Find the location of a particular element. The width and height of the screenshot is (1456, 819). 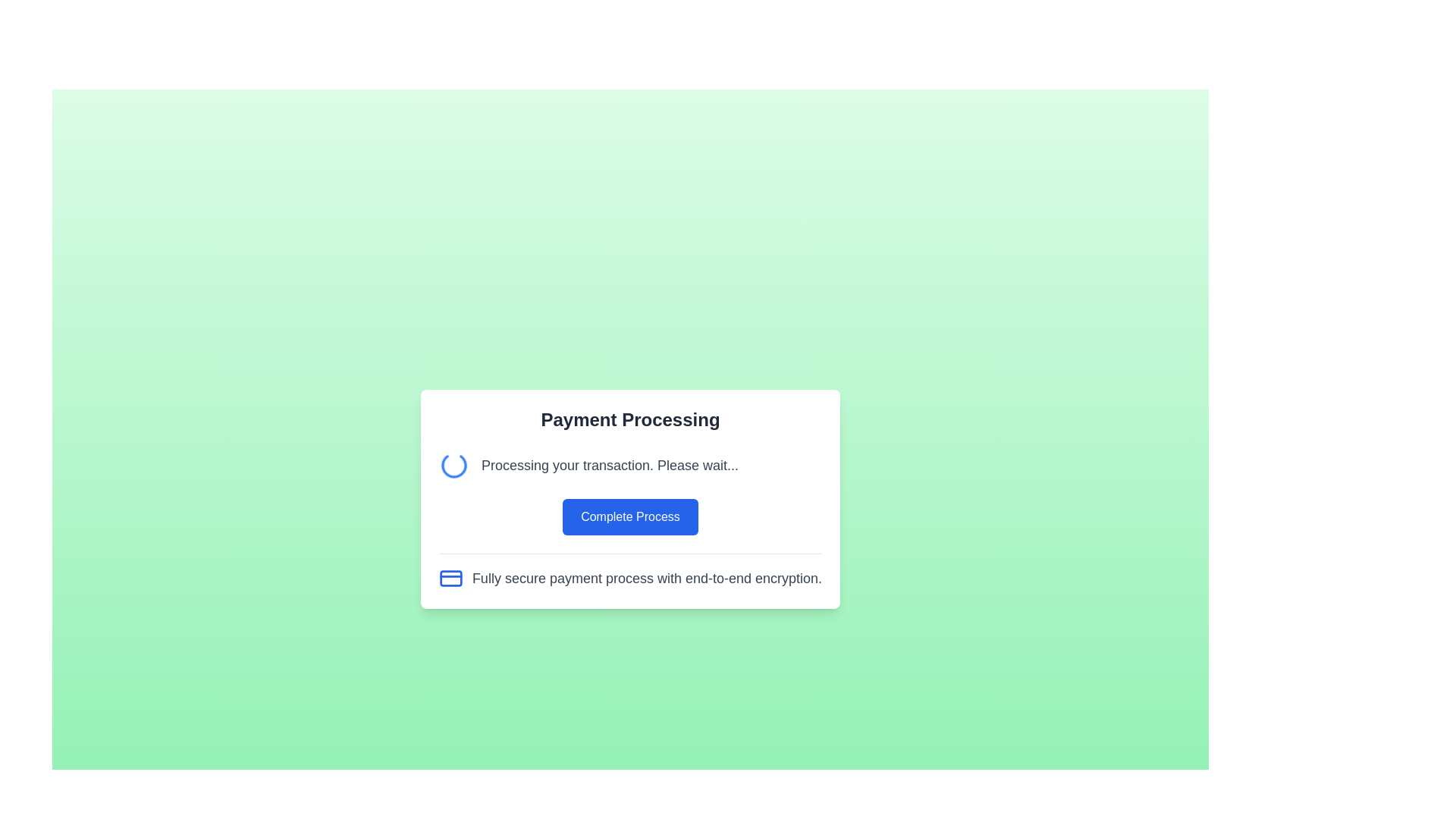

the 'Complete Process' button located within the modal card titled 'Payment Processing' is located at coordinates (630, 499).